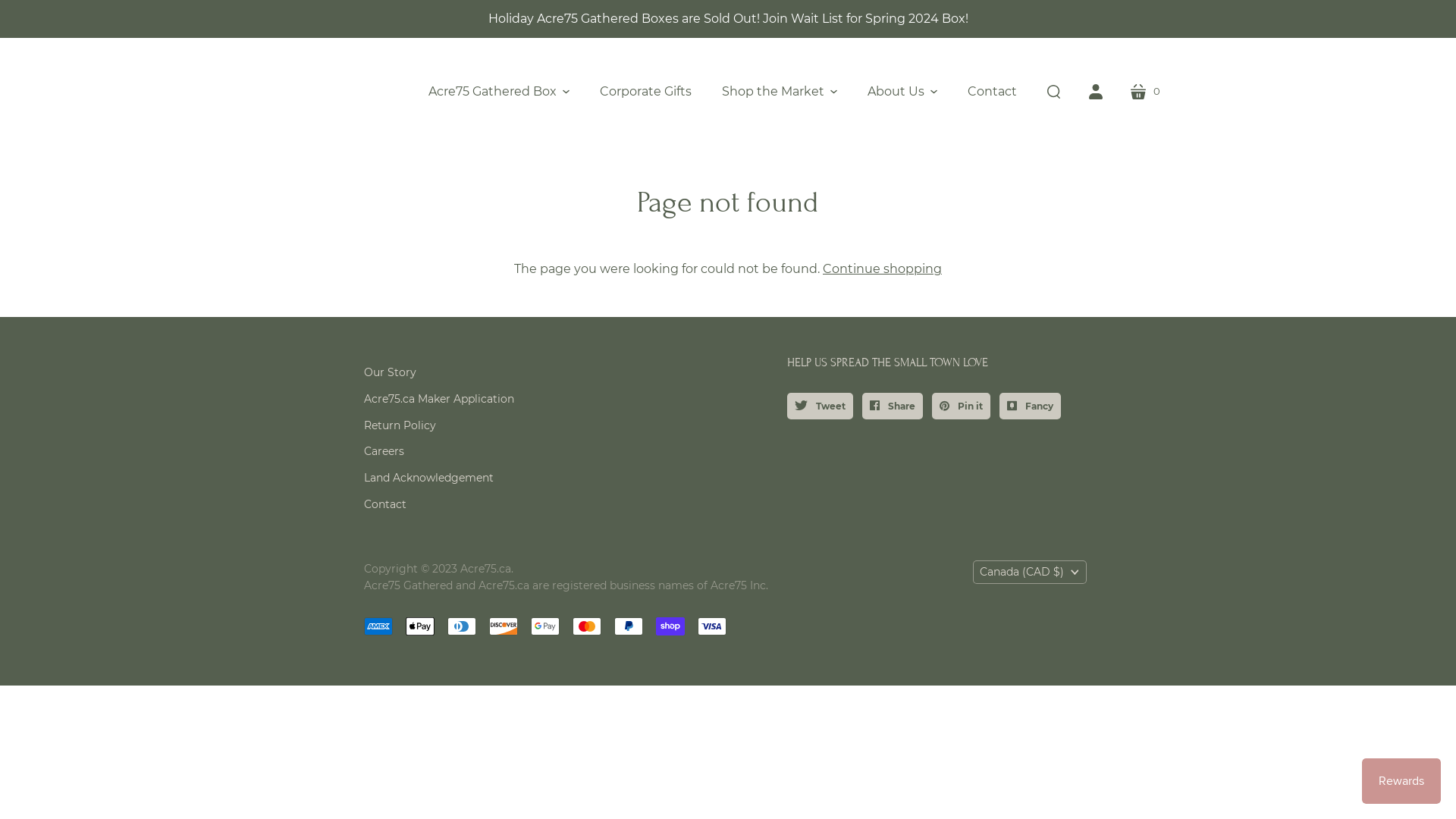  Describe the element at coordinates (438, 397) in the screenshot. I see `'Acre75.ca Maker Application'` at that location.